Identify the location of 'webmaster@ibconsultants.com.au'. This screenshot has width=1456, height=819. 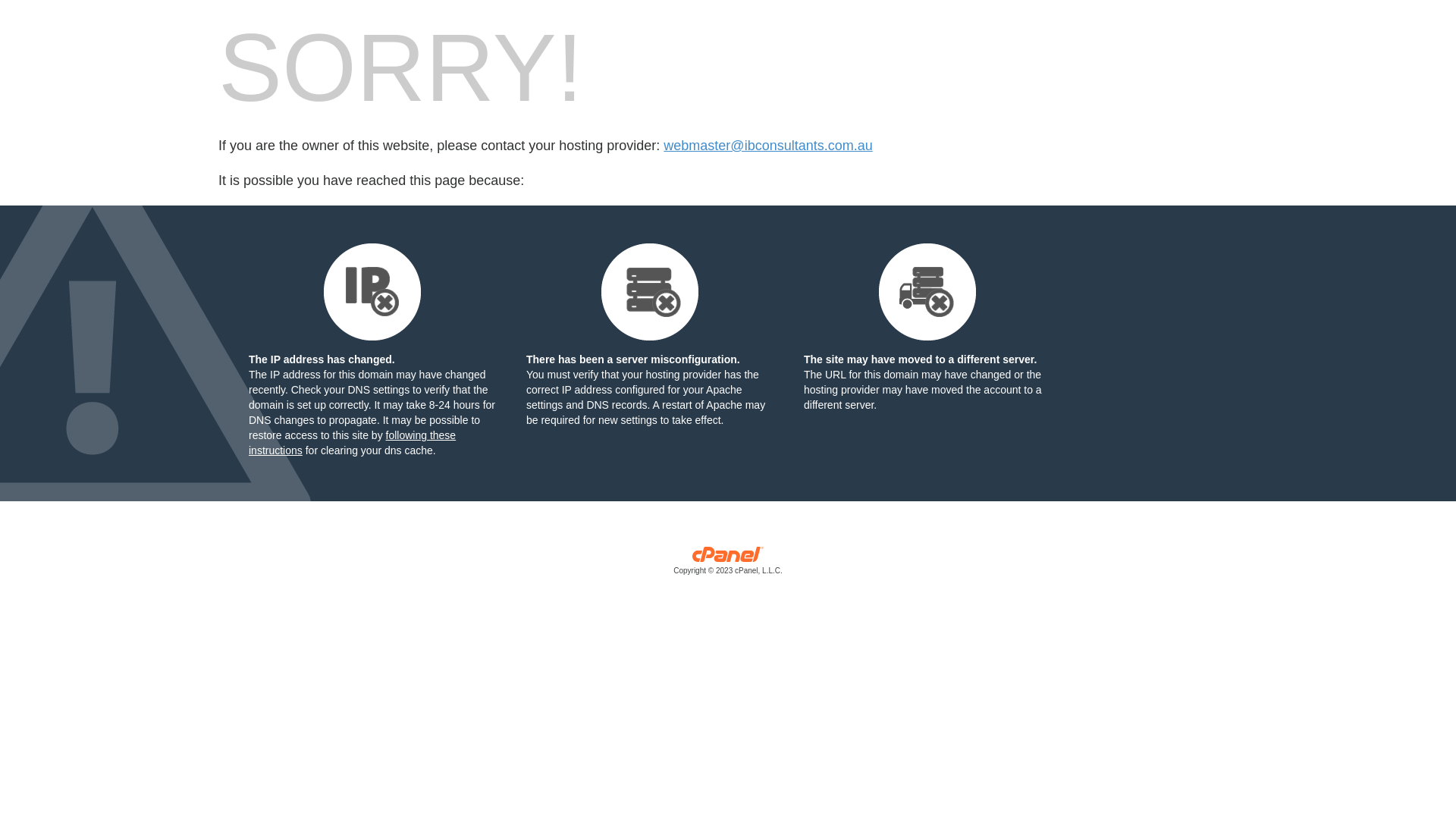
(663, 146).